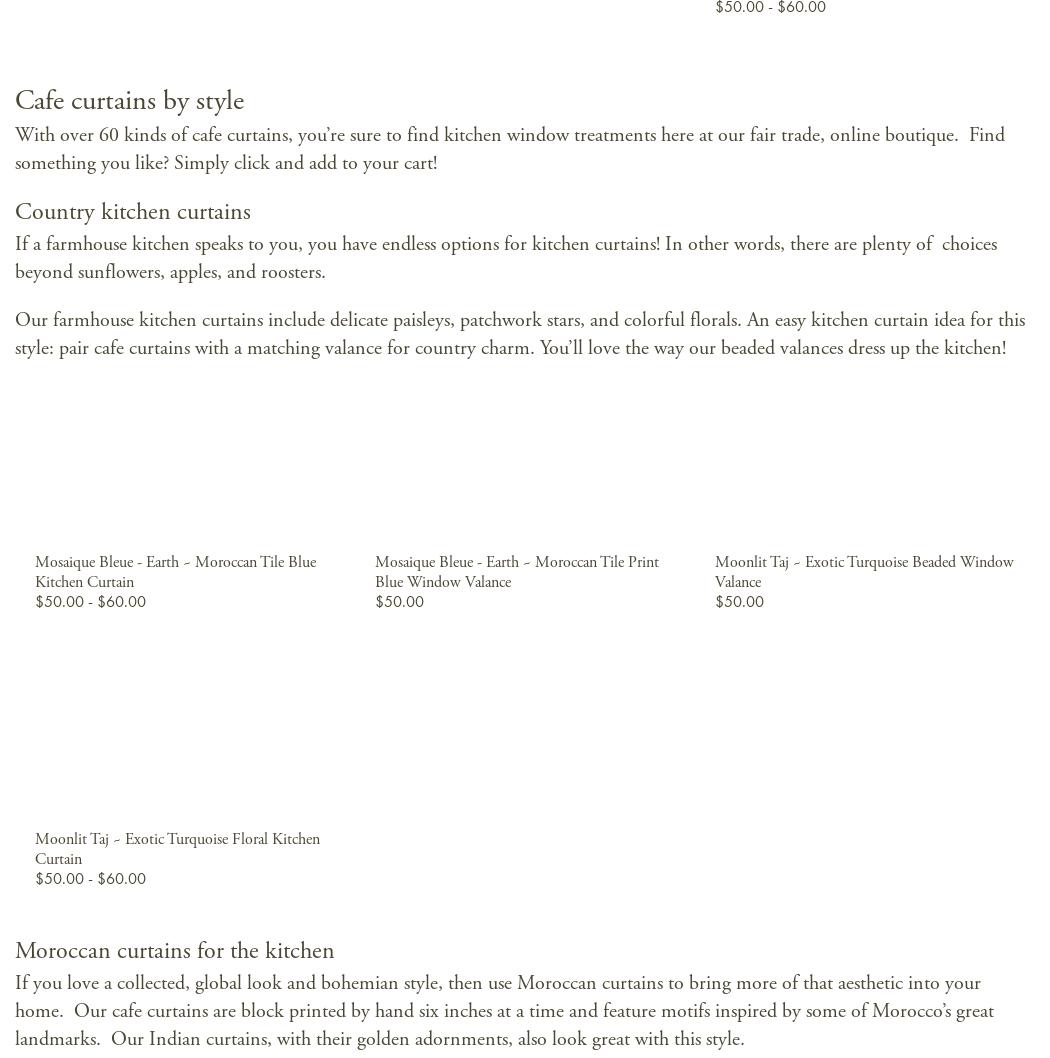 The width and height of the screenshot is (1050, 1058). Describe the element at coordinates (508, 148) in the screenshot. I see `'With over 60 kinds of cafe curtains, you’re sure to find kitchen window treatments here at our fair trade, online boutique.  Find something you like? Simply click and add to your cart!'` at that location.